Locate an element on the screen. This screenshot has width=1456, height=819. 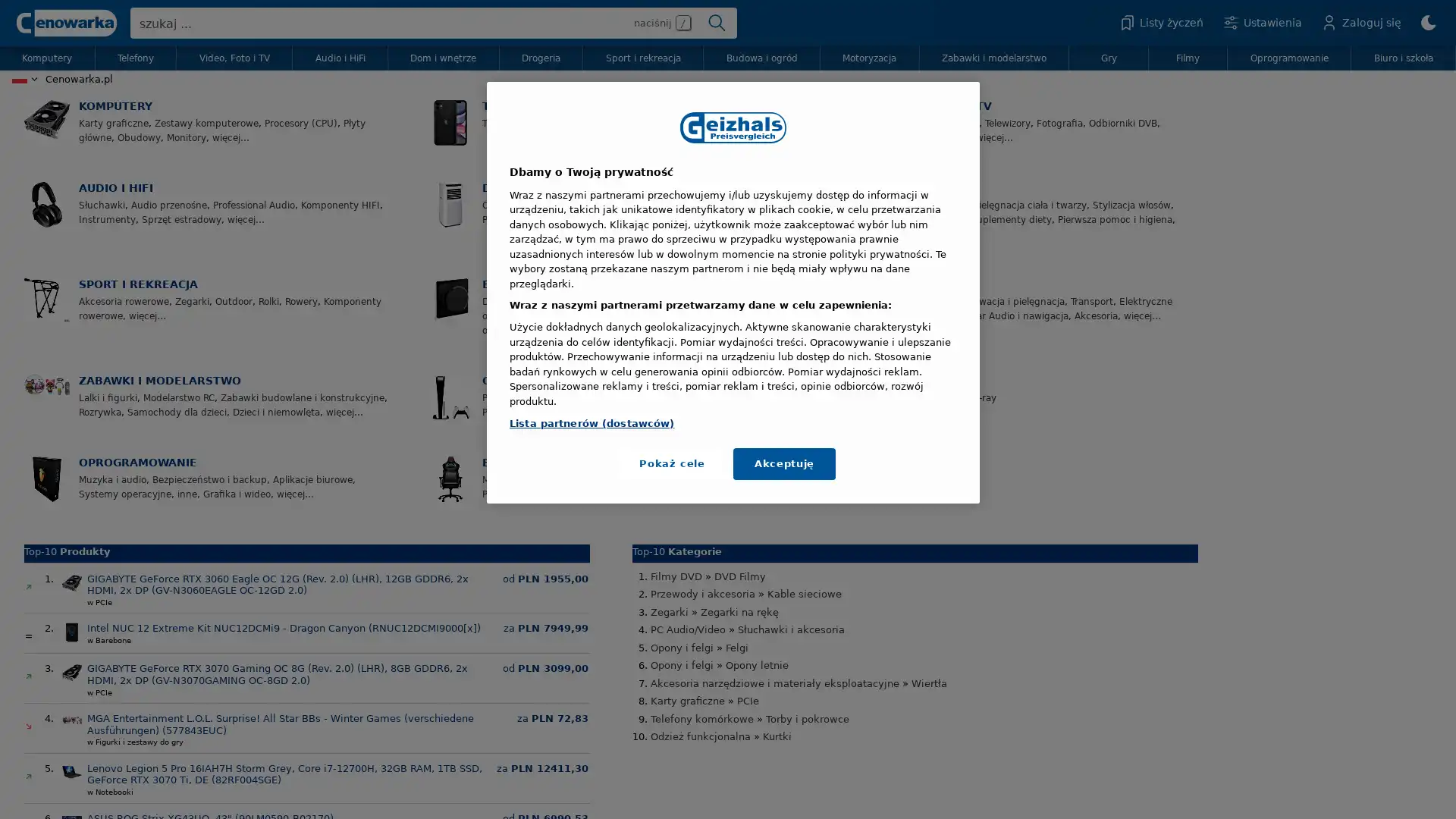
Lista partnerow (dostawcow) is located at coordinates (591, 423).